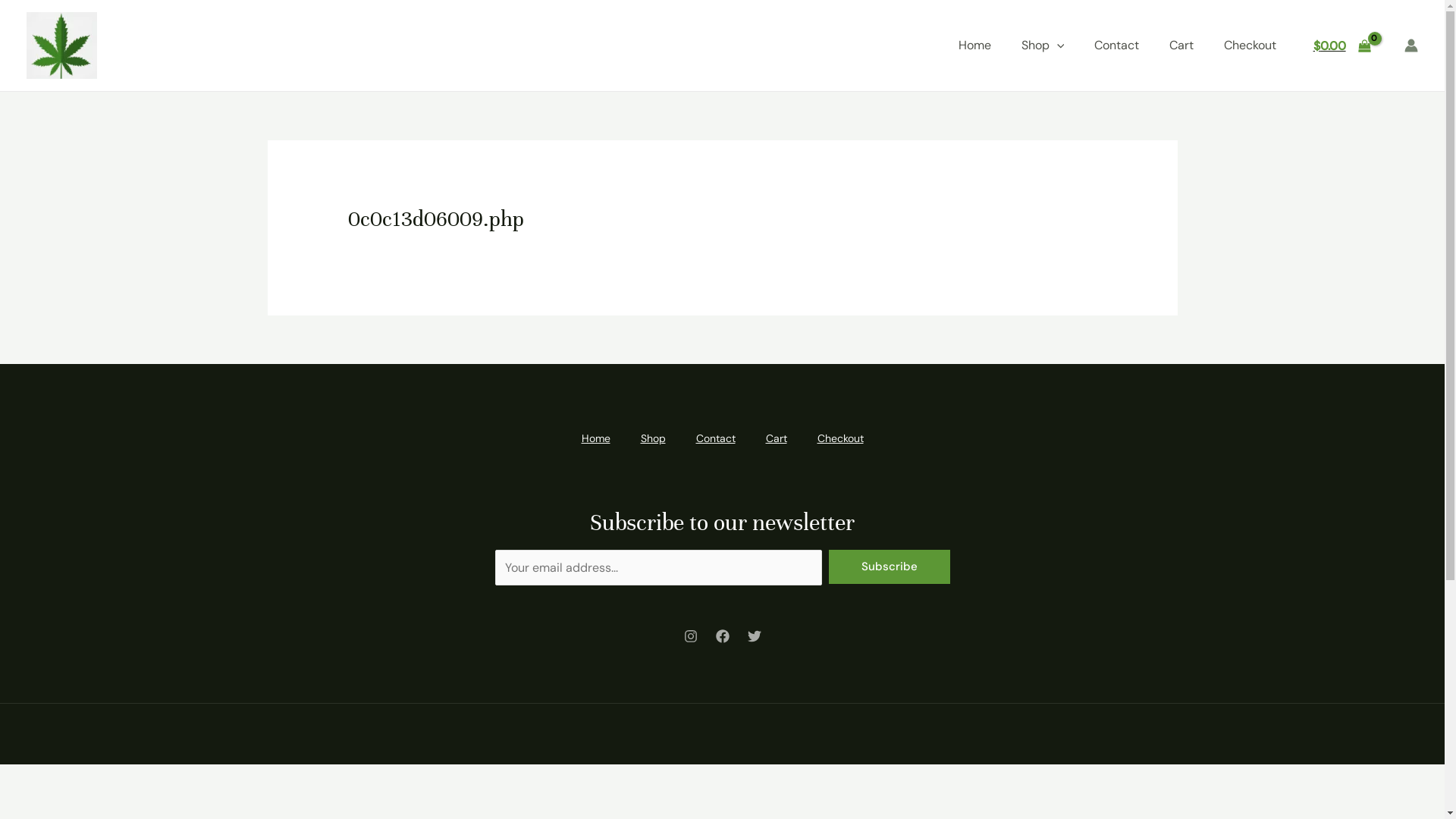  What do you see at coordinates (1181, 45) in the screenshot?
I see `'Cart'` at bounding box center [1181, 45].